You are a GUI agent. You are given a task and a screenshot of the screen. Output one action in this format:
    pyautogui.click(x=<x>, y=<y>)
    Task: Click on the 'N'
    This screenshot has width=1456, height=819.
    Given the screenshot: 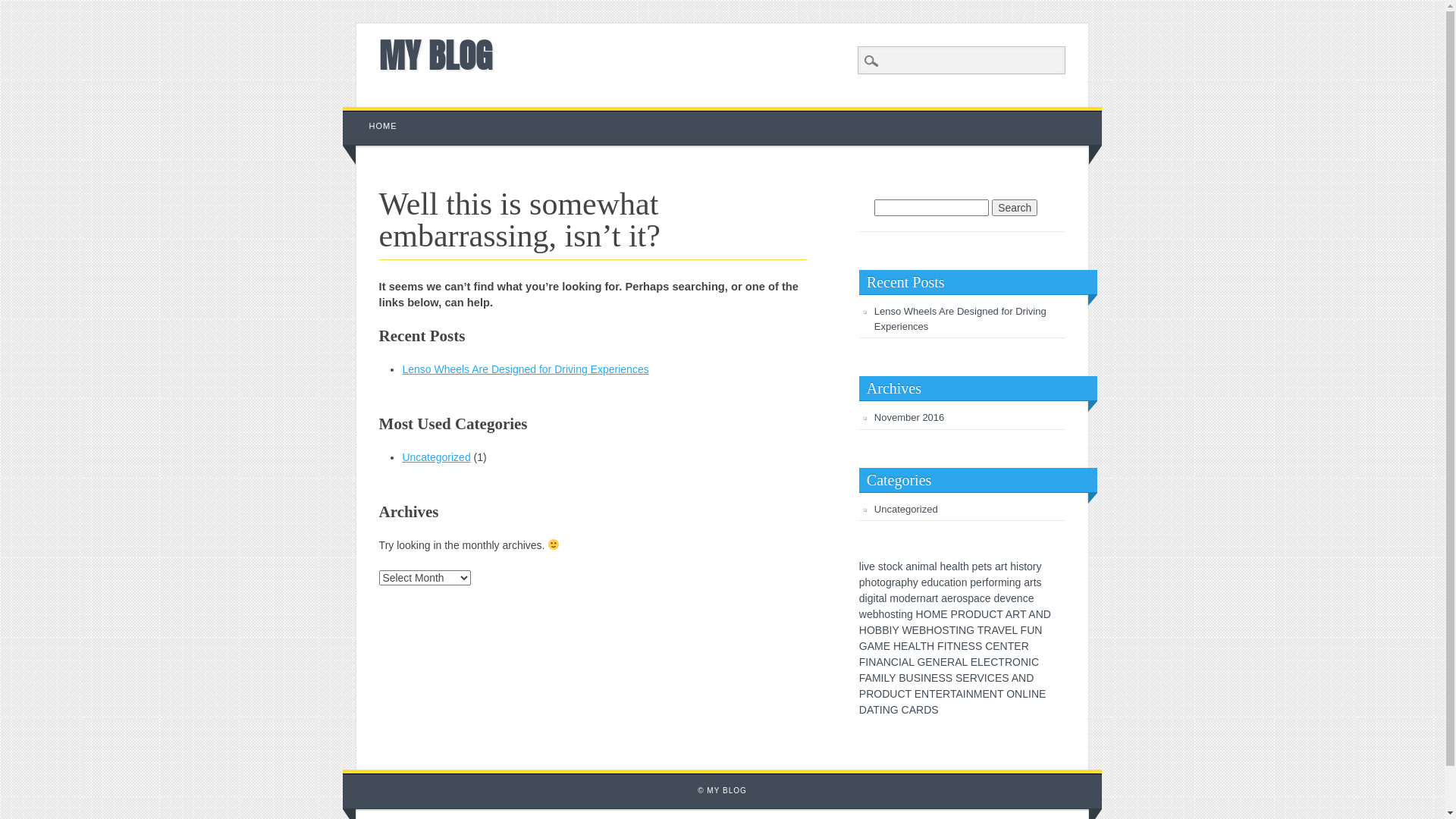 What is the action you would take?
    pyautogui.click(x=1004, y=646)
    